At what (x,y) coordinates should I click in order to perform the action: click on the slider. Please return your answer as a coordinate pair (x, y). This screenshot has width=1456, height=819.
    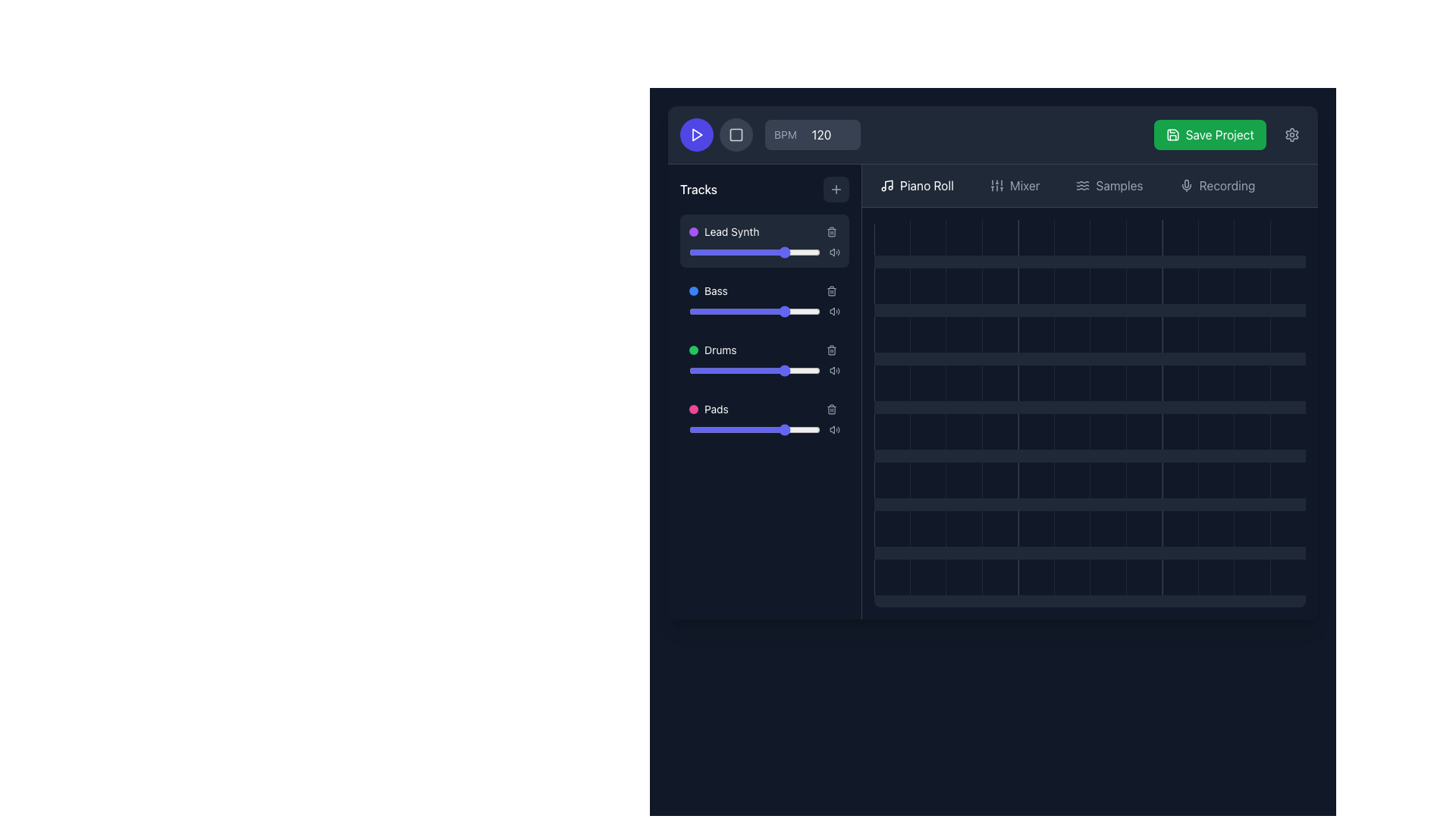
    Looking at the image, I should click on (711, 311).